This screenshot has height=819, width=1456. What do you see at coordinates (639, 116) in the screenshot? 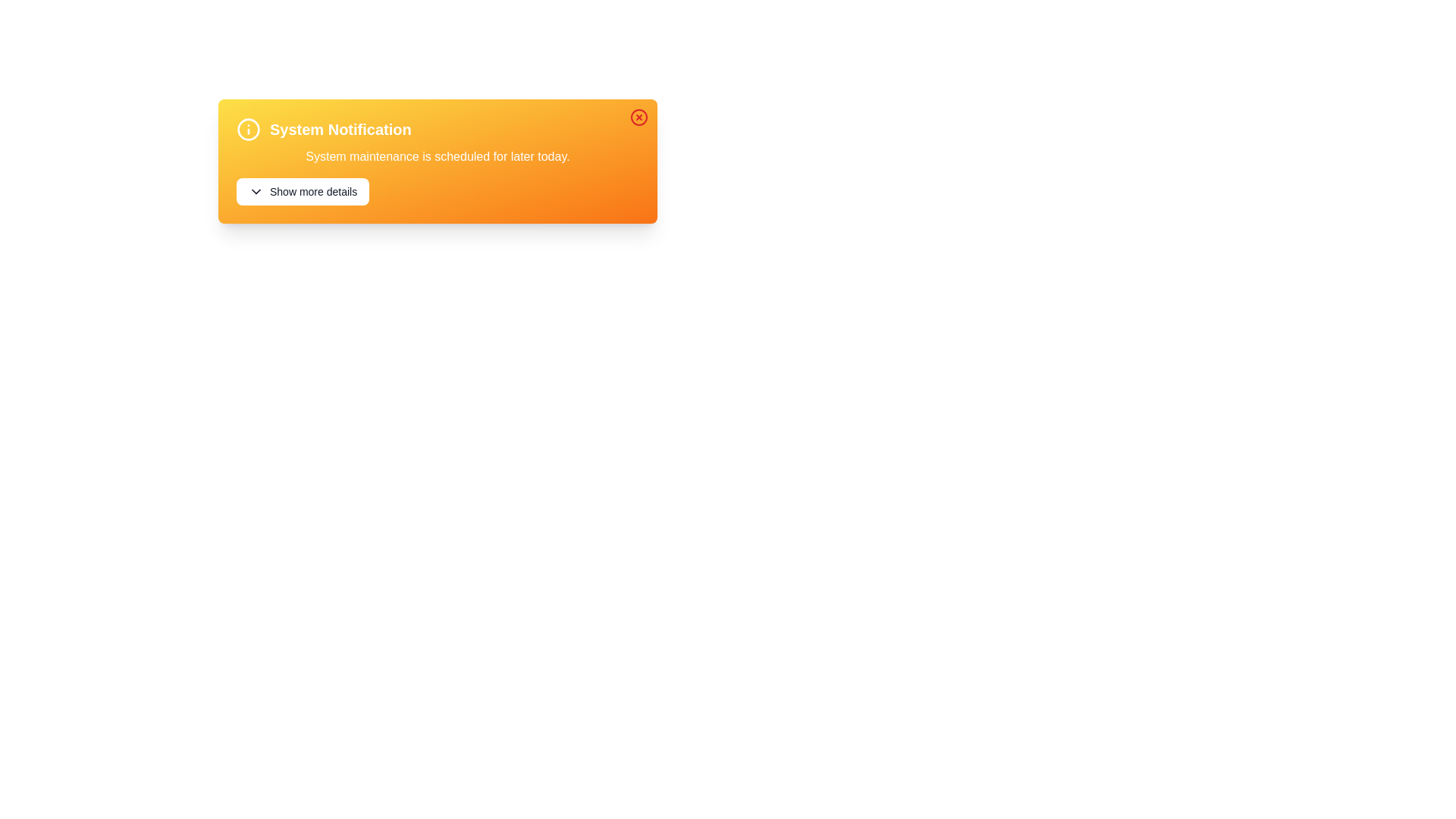
I see `the close button in the top-right corner of the notification` at bounding box center [639, 116].